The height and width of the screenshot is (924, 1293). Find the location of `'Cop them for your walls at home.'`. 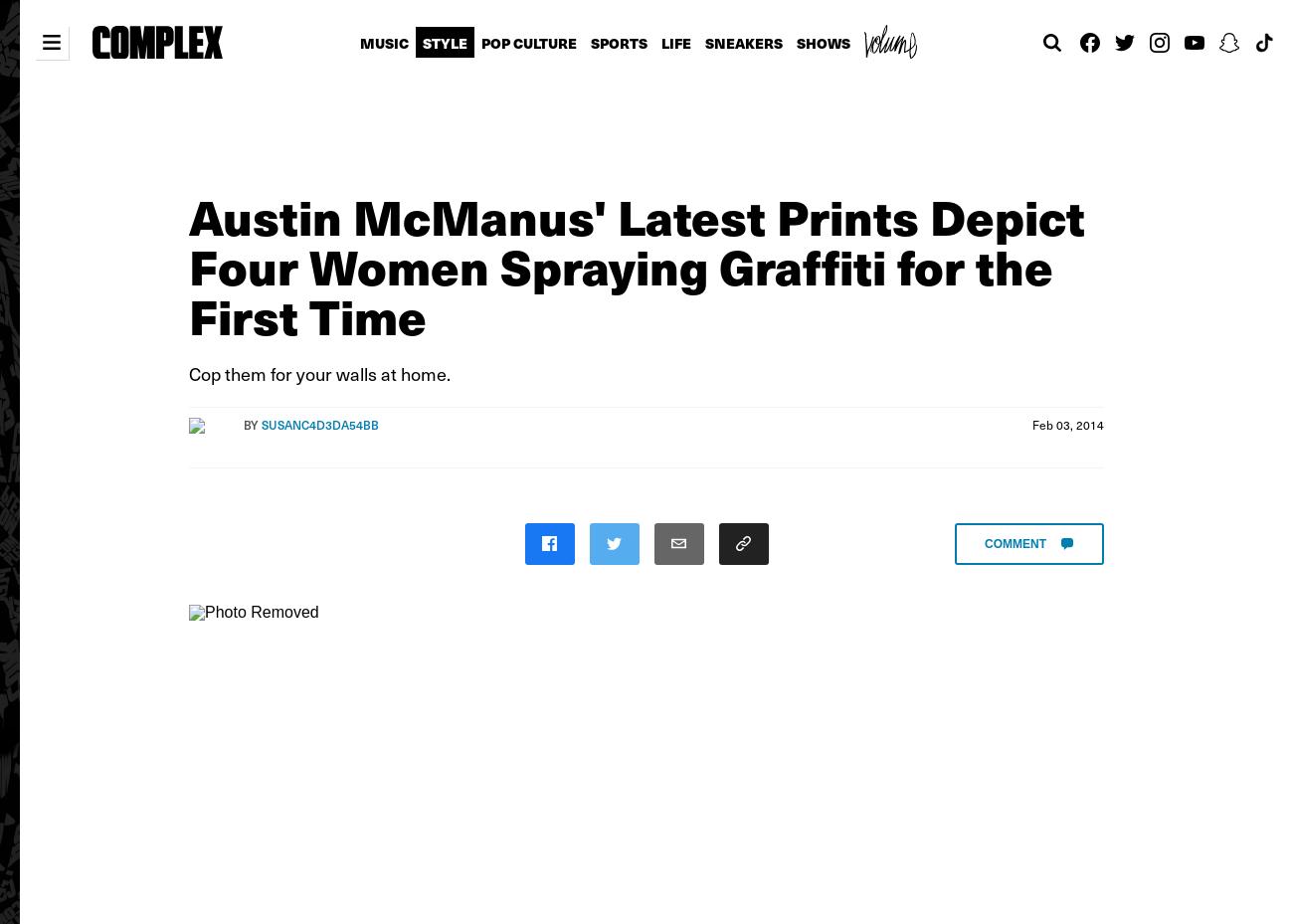

'Cop them for your walls at home.' is located at coordinates (319, 371).